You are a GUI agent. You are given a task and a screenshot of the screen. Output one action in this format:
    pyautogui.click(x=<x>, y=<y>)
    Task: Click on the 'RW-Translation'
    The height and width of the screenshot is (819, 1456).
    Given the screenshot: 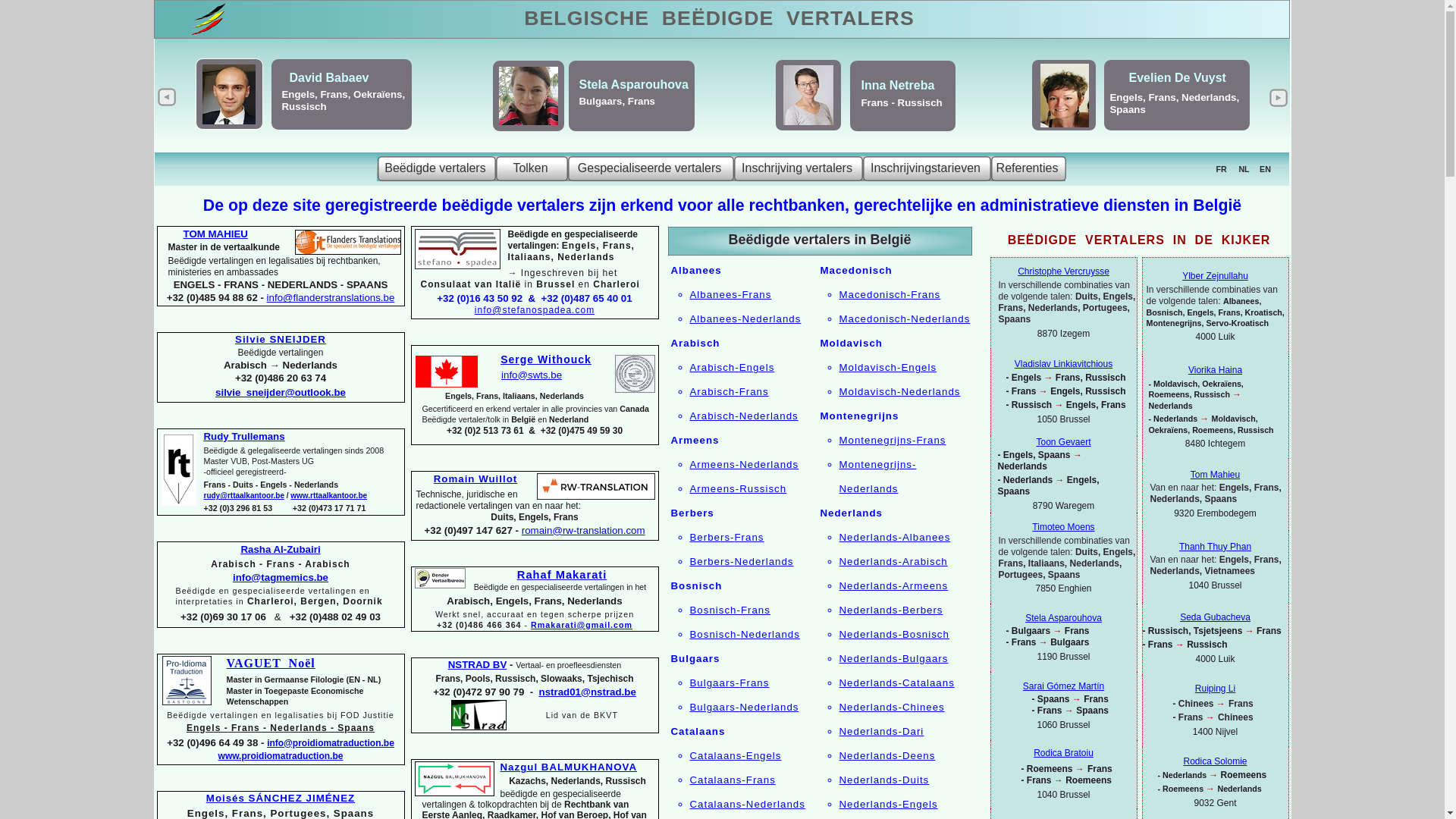 What is the action you would take?
    pyautogui.click(x=595, y=486)
    